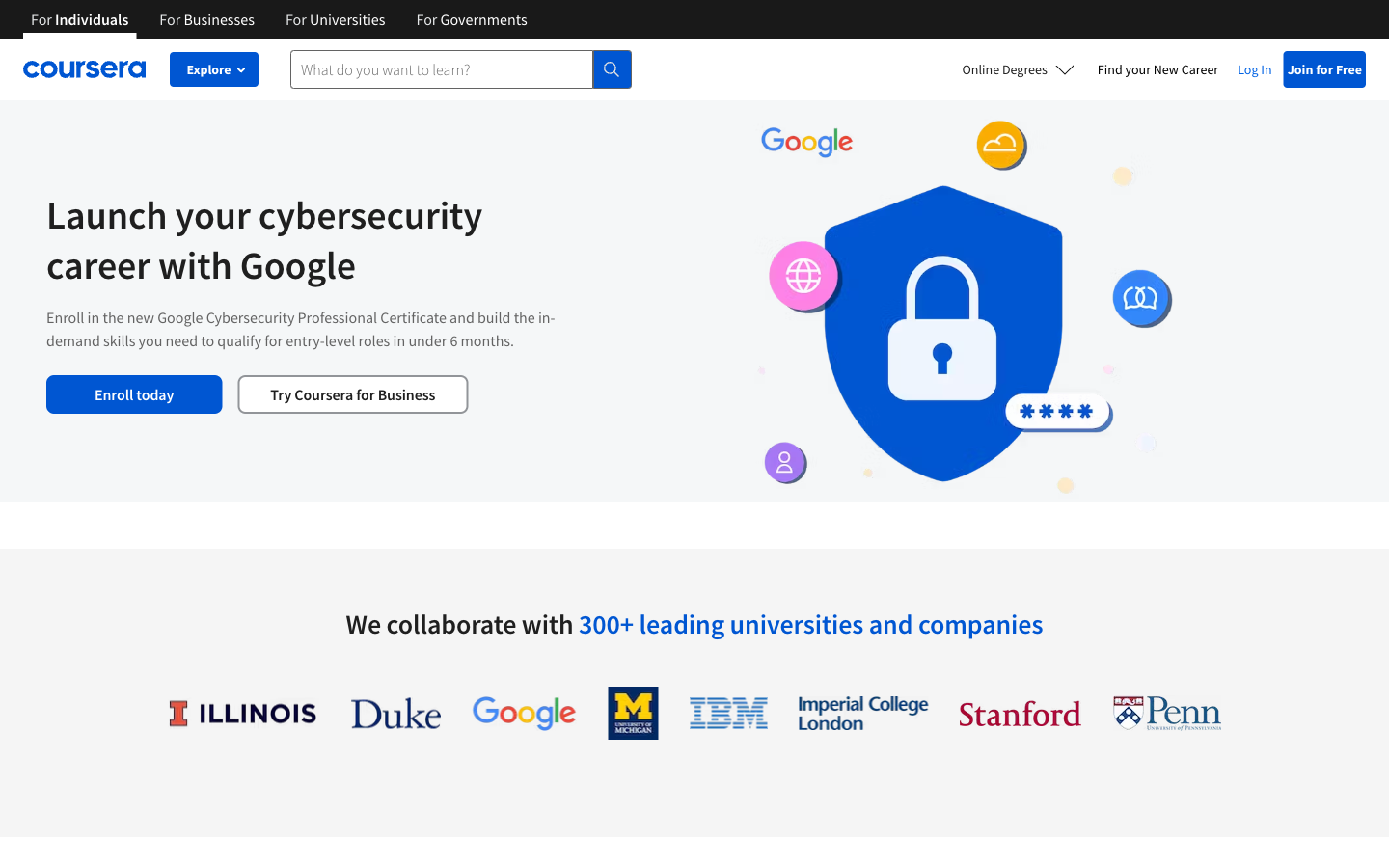 Image resolution: width=1389 pixels, height=868 pixels. Describe the element at coordinates (206, 17) in the screenshot. I see `See Coursera for Business` at that location.